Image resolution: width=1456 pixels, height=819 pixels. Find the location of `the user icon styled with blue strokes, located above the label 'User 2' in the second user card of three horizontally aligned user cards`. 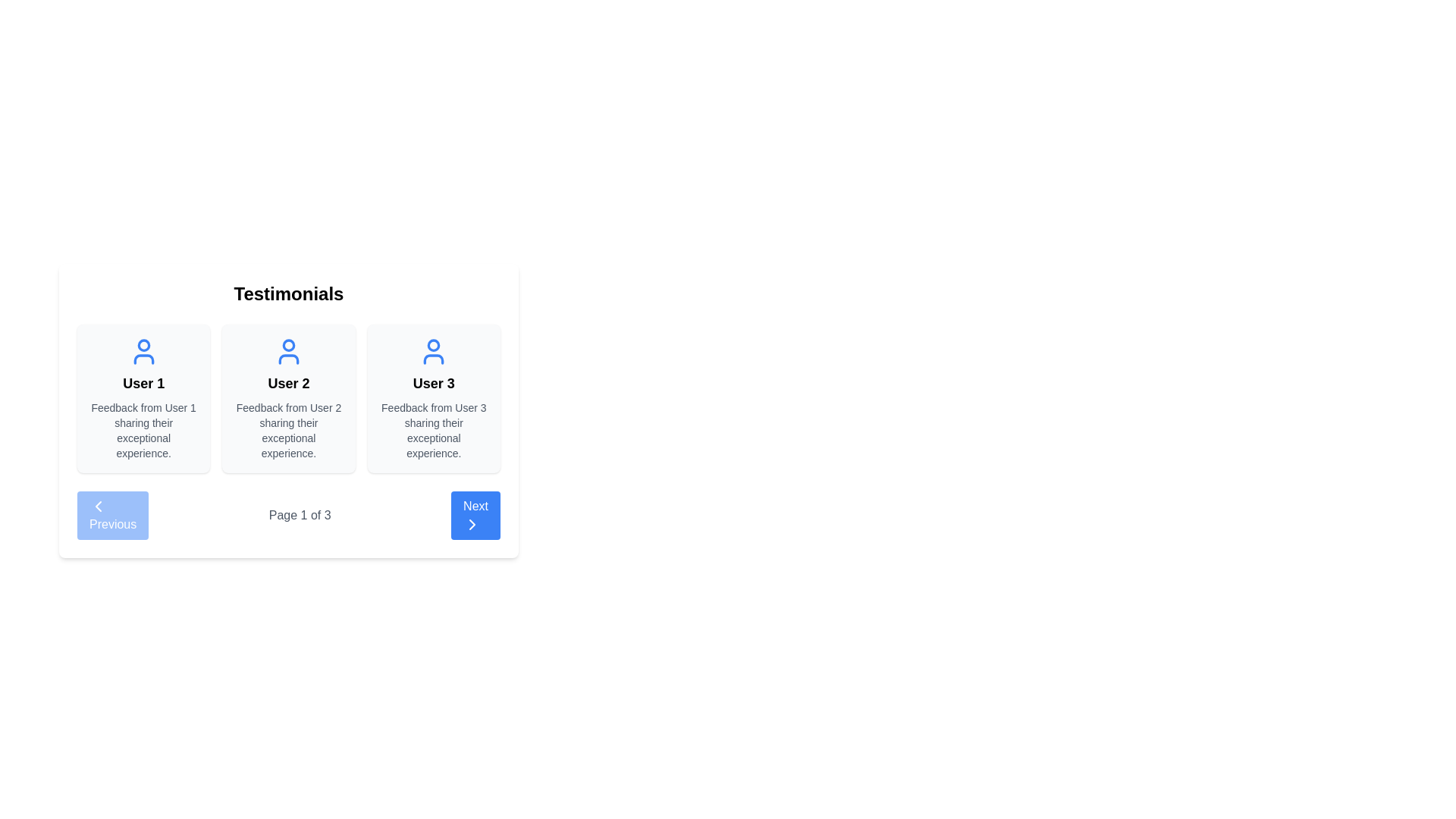

the user icon styled with blue strokes, located above the label 'User 2' in the second user card of three horizontally aligned user cards is located at coordinates (288, 351).